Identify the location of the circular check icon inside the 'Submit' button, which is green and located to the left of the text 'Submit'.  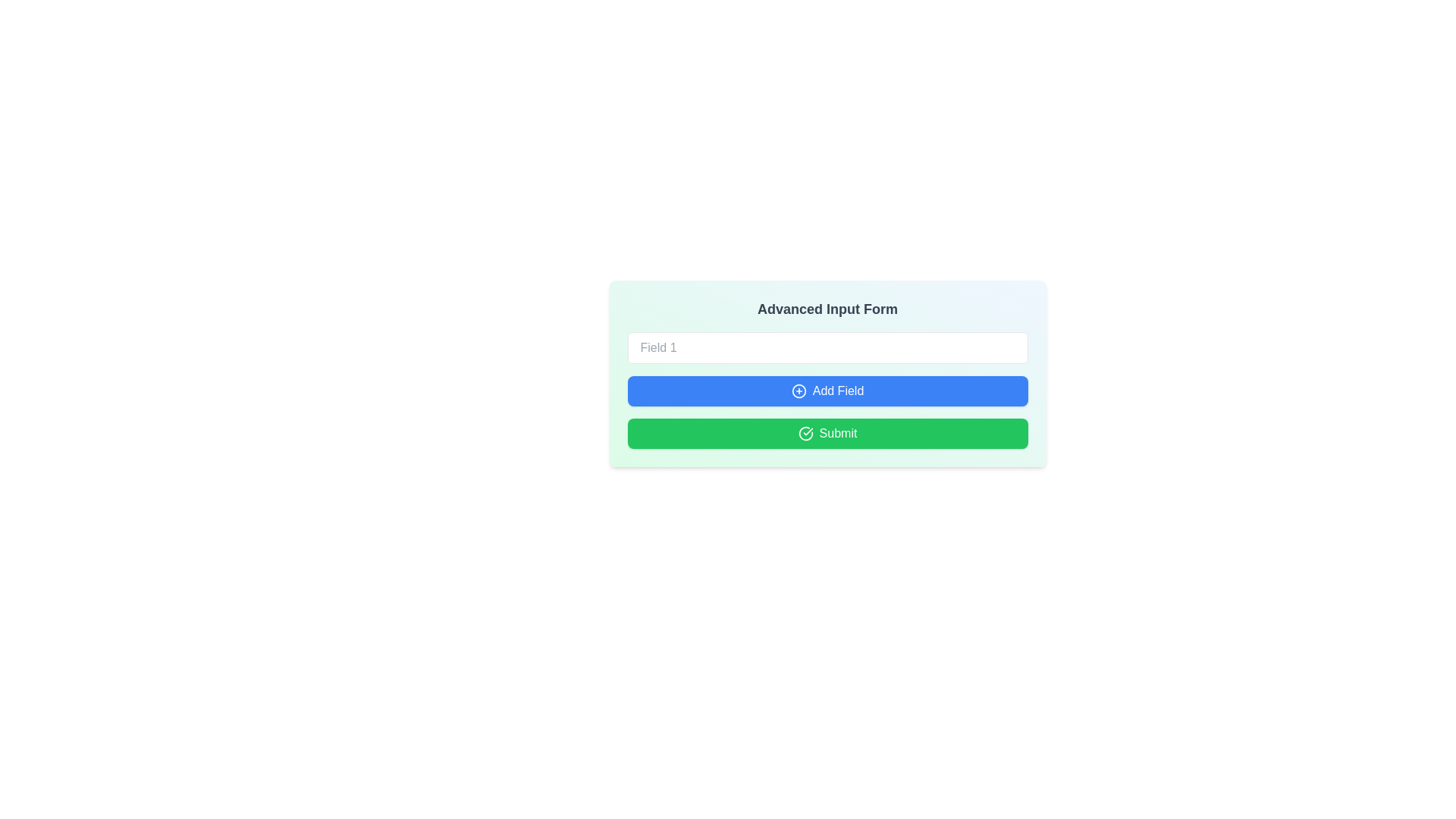
(805, 433).